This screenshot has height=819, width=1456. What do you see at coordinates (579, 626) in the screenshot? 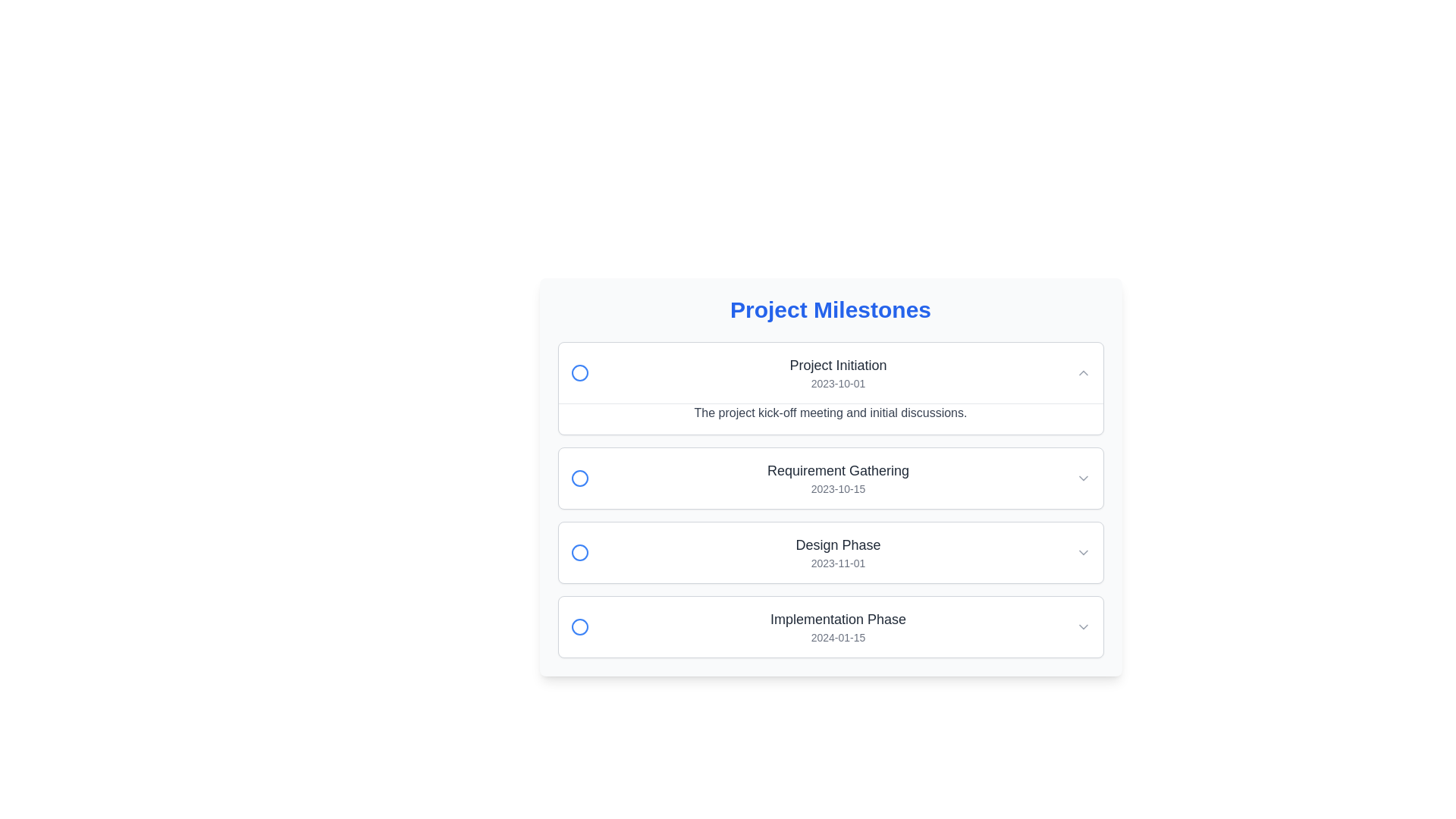
I see `the circular outline with a blue stroke and white background located to the left of the 'Implementation Phase' label in the fourth list item of the 'Project Milestones' section` at bounding box center [579, 626].